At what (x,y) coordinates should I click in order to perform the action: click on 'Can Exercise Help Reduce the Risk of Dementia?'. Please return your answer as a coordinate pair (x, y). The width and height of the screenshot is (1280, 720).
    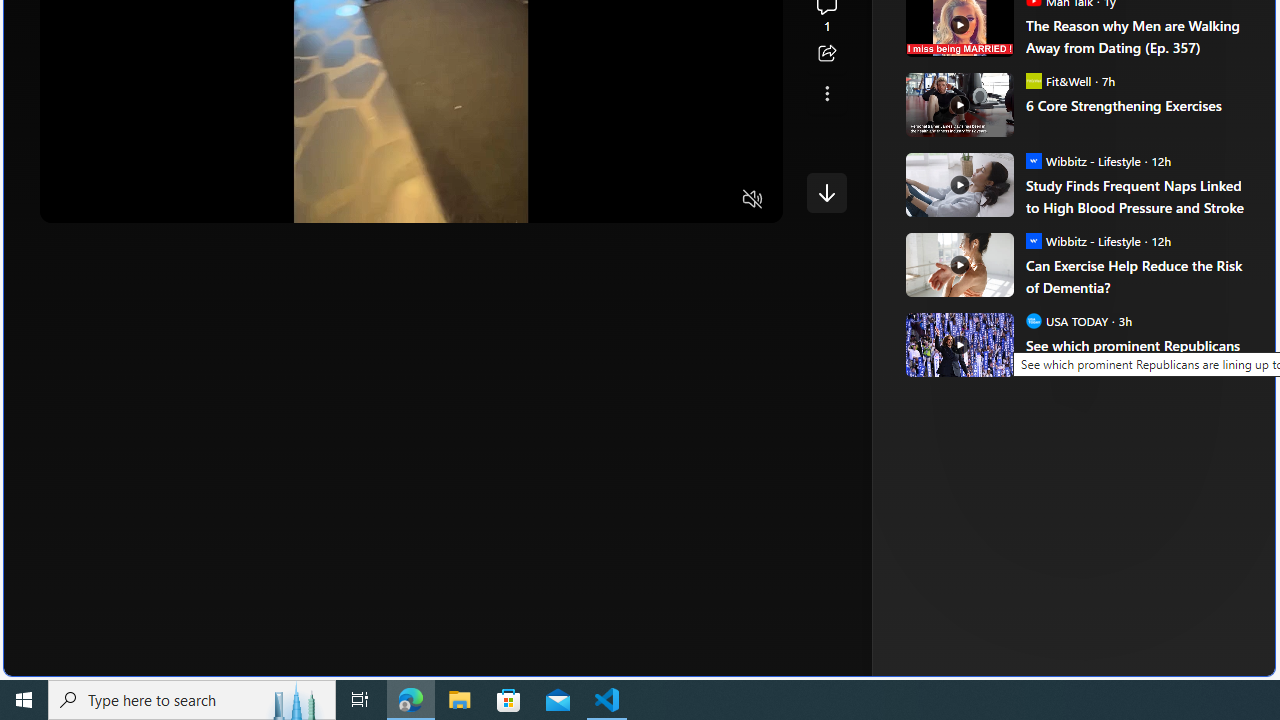
    Looking at the image, I should click on (1136, 276).